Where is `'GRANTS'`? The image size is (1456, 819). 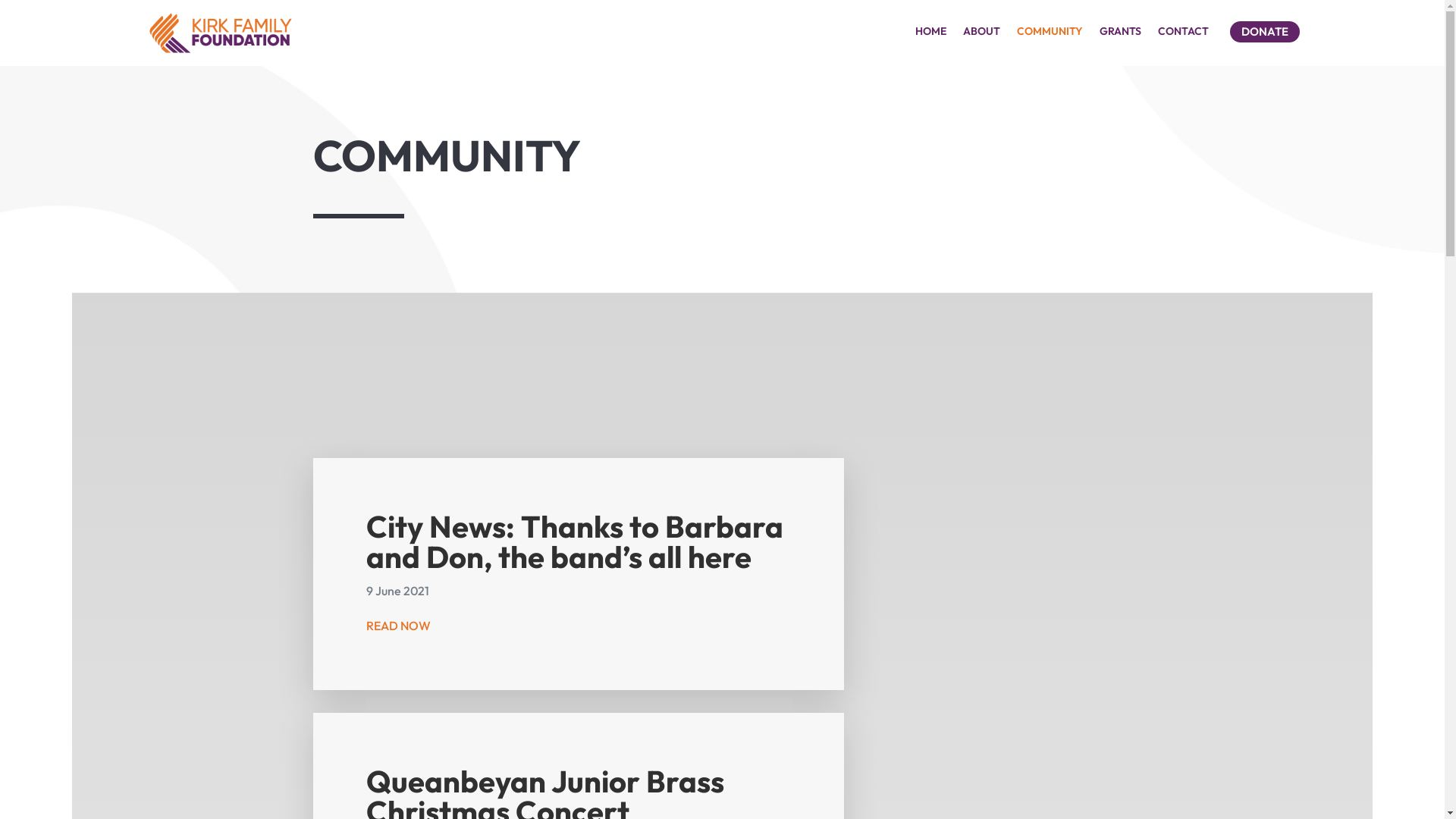 'GRANTS' is located at coordinates (1120, 34).